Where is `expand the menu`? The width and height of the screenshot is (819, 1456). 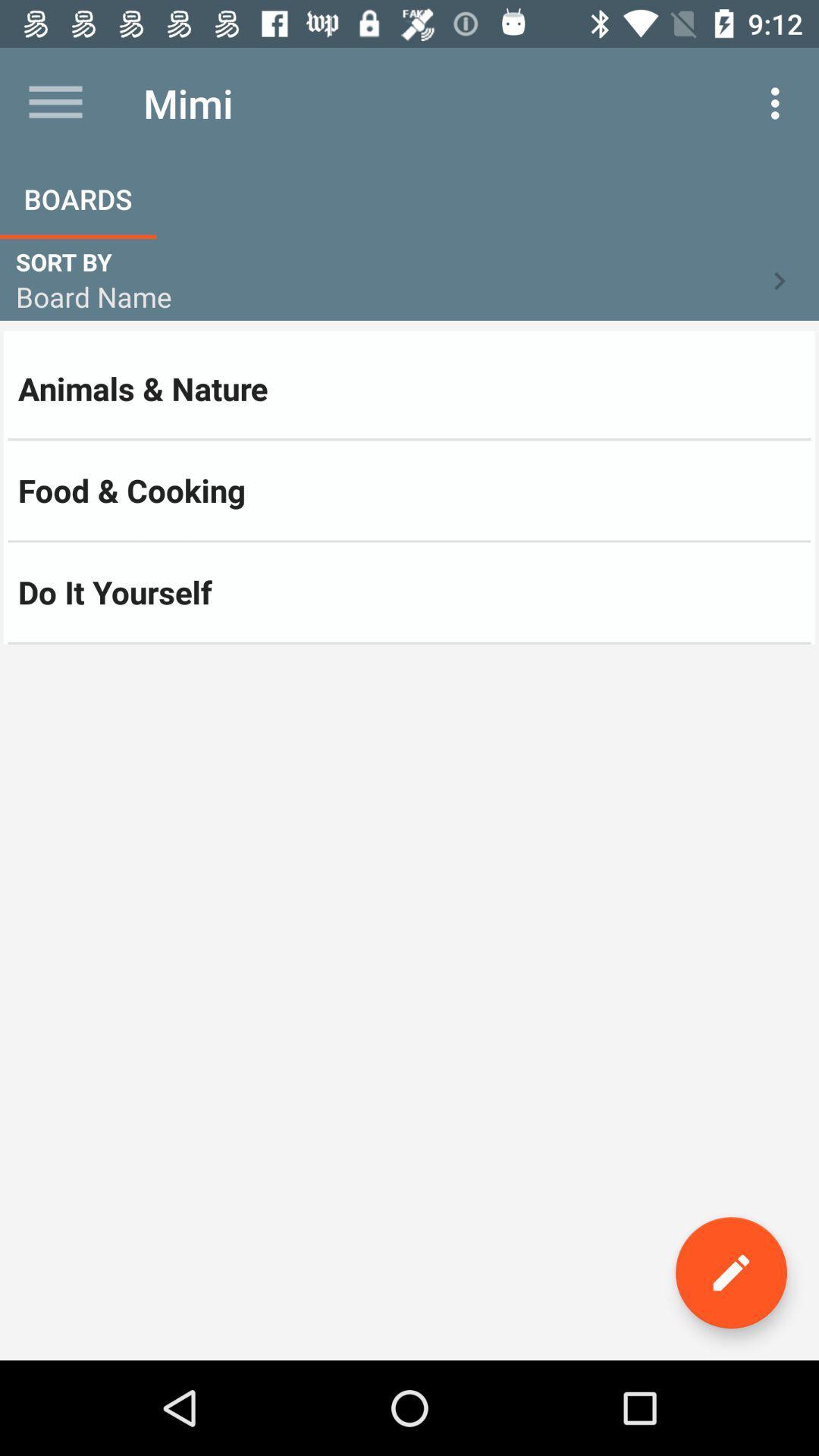
expand the menu is located at coordinates (55, 102).